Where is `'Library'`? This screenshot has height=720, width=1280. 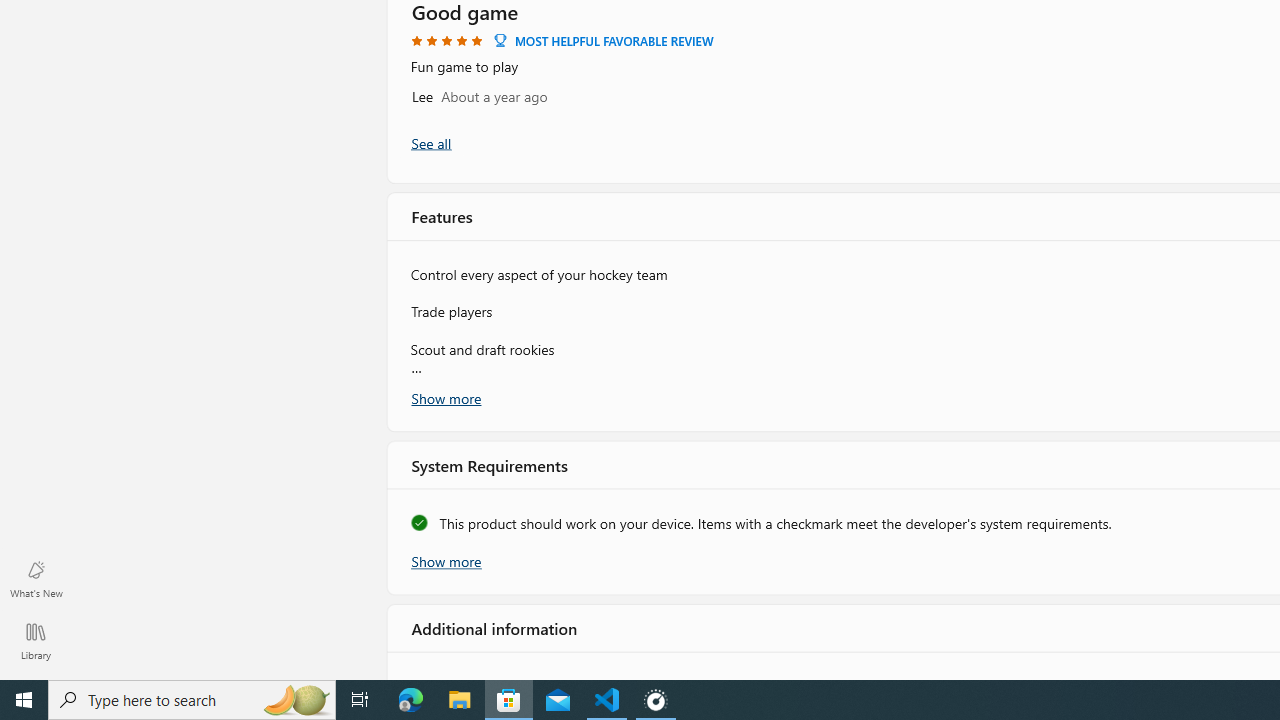
'Library' is located at coordinates (35, 640).